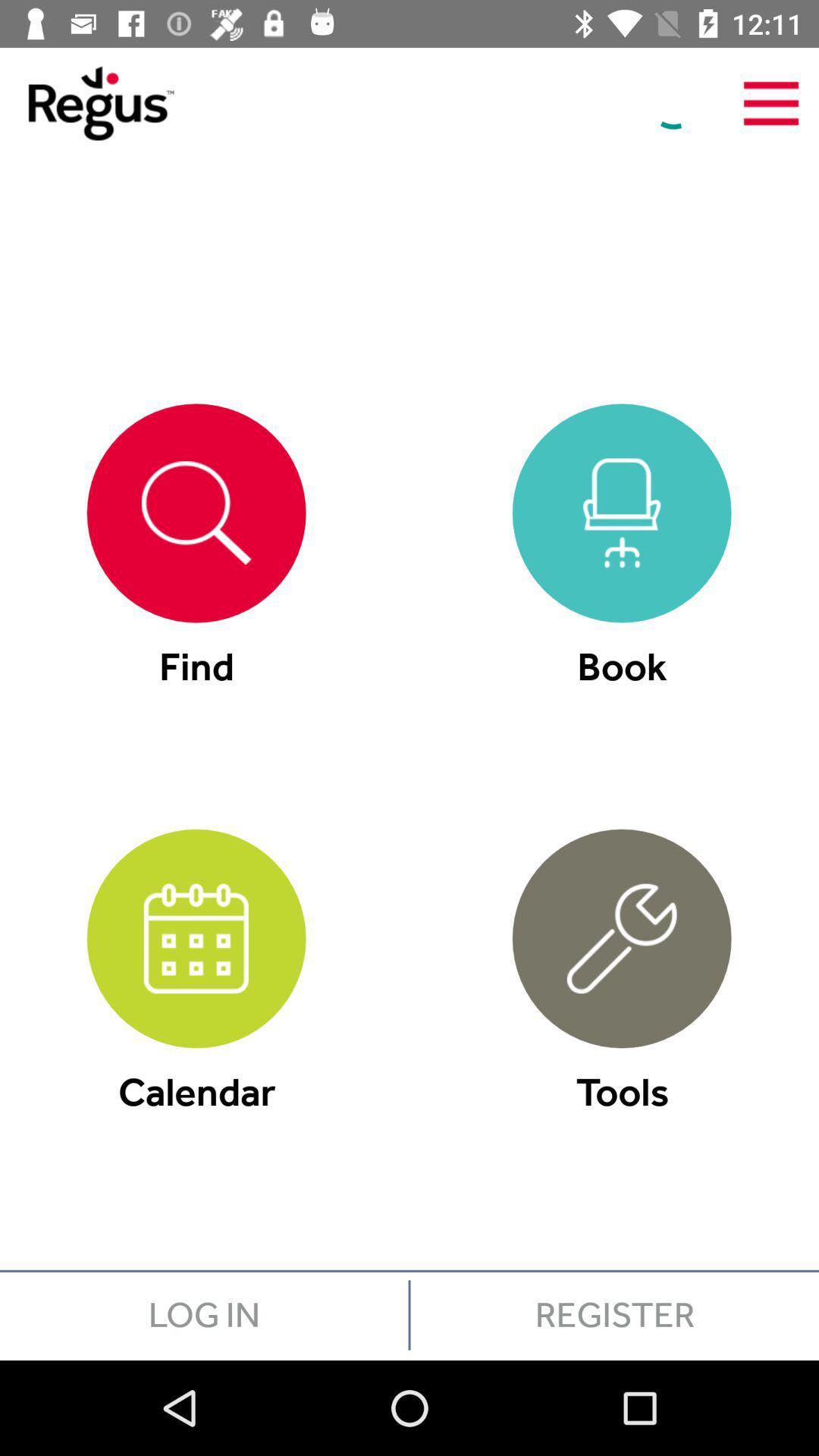 Image resolution: width=819 pixels, height=1456 pixels. What do you see at coordinates (614, 1313) in the screenshot?
I see `register icon` at bounding box center [614, 1313].